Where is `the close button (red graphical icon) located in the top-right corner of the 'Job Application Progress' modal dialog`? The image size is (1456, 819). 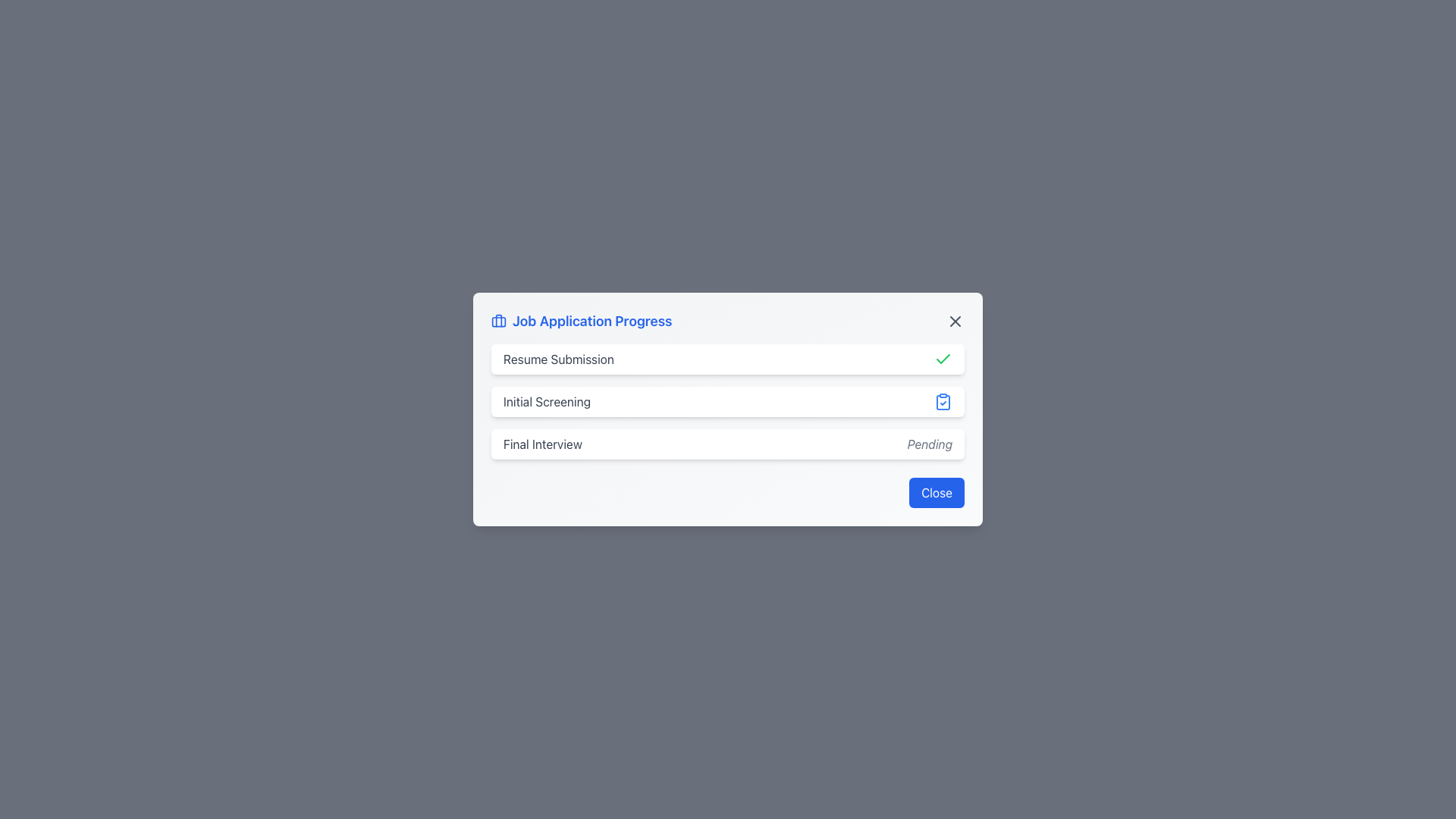
the close button (red graphical icon) located in the top-right corner of the 'Job Application Progress' modal dialog is located at coordinates (954, 321).